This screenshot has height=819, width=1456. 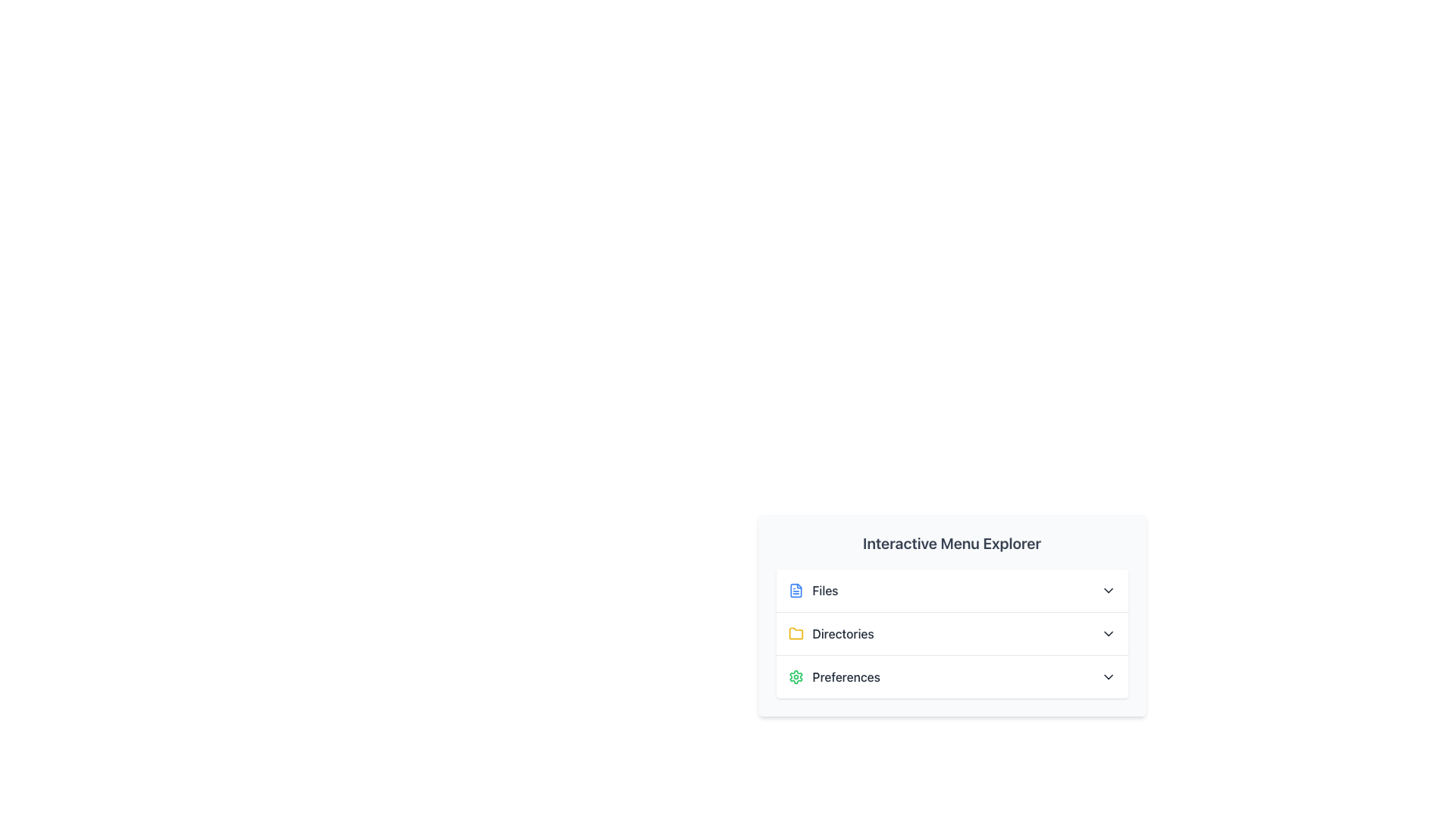 I want to click on the 'Settings' icon located in the 'Interactive Menu Explorer' section, positioned next to the 'Preferences' item label, so click(x=795, y=676).